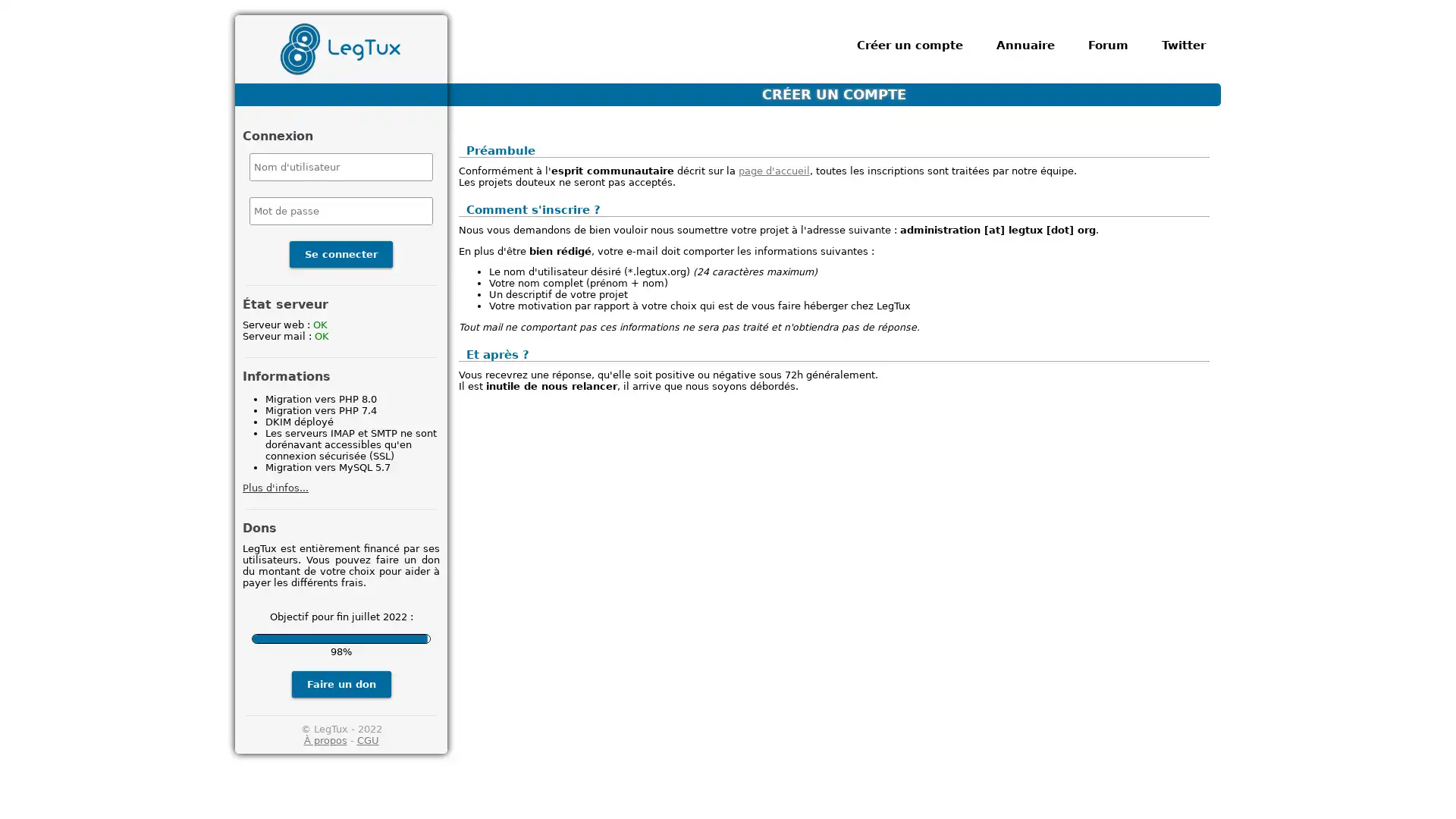 This screenshot has width=1456, height=819. Describe the element at coordinates (340, 683) in the screenshot. I see `Faire un don` at that location.